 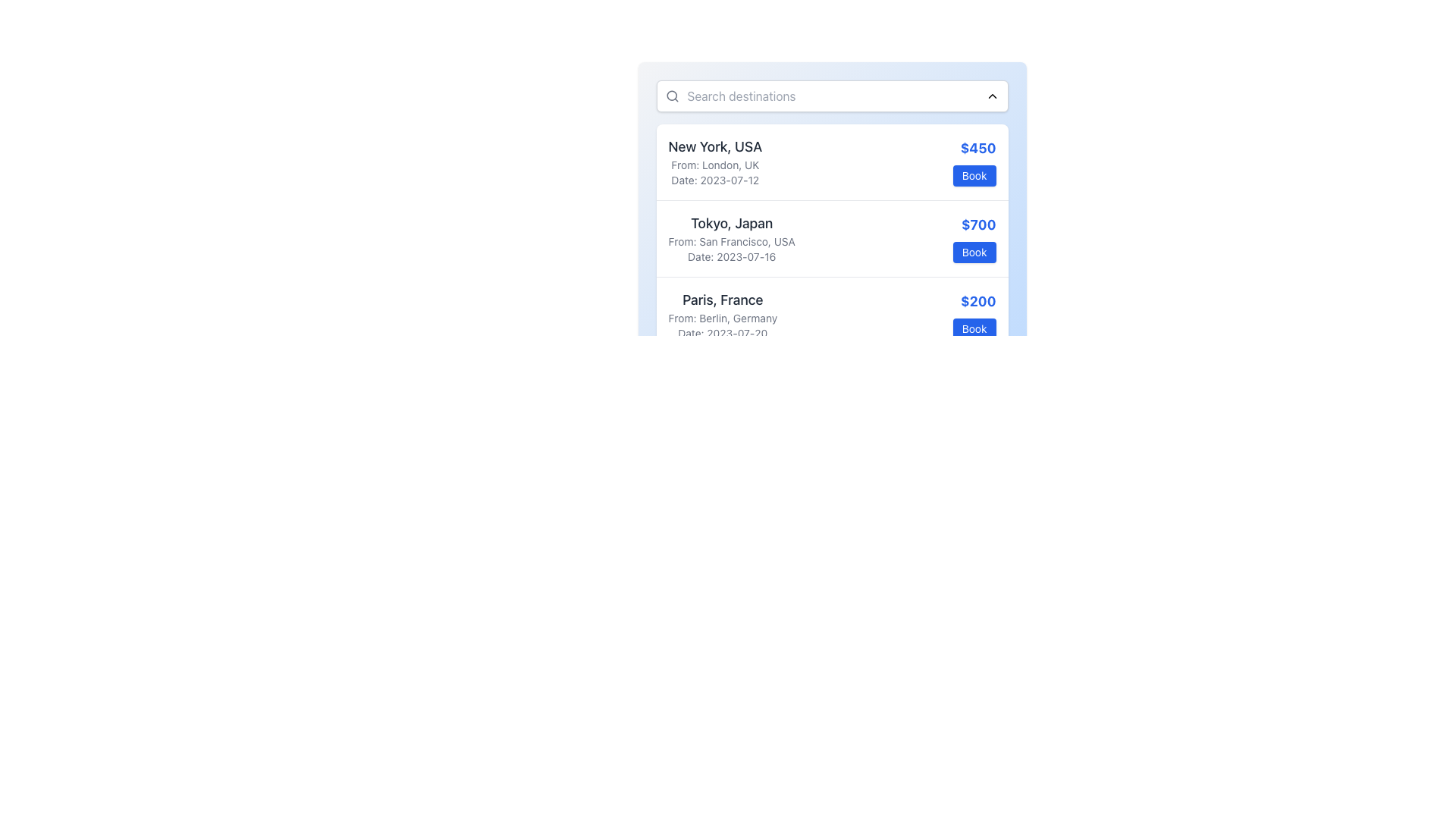 What do you see at coordinates (732, 239) in the screenshot?
I see `the Text Display Block that displays 'Tokyo, Japan', 'From: San Francisco, USA', and 'Date: 2023-07-16'` at bounding box center [732, 239].